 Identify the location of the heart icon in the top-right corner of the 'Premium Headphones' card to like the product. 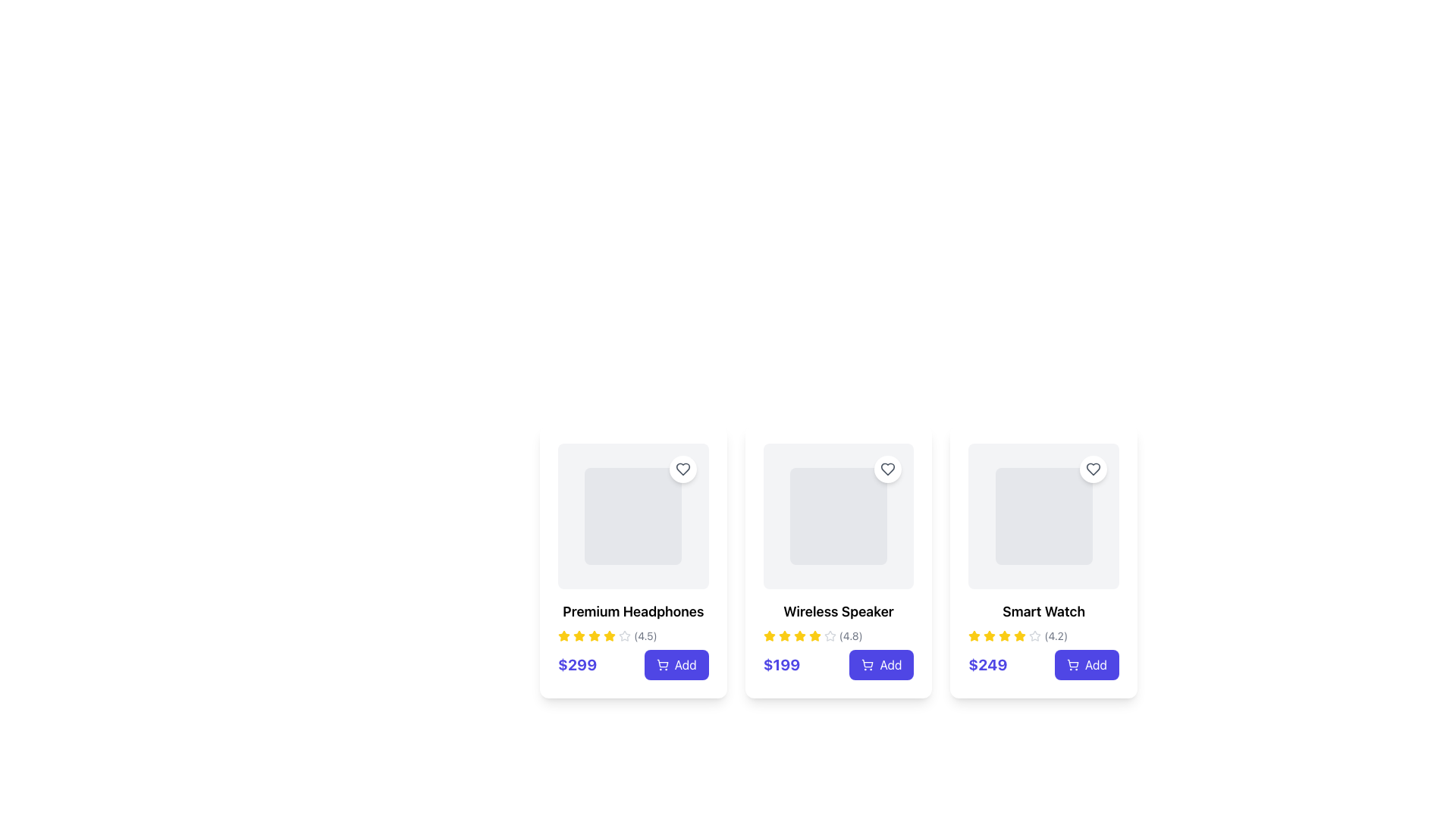
(682, 468).